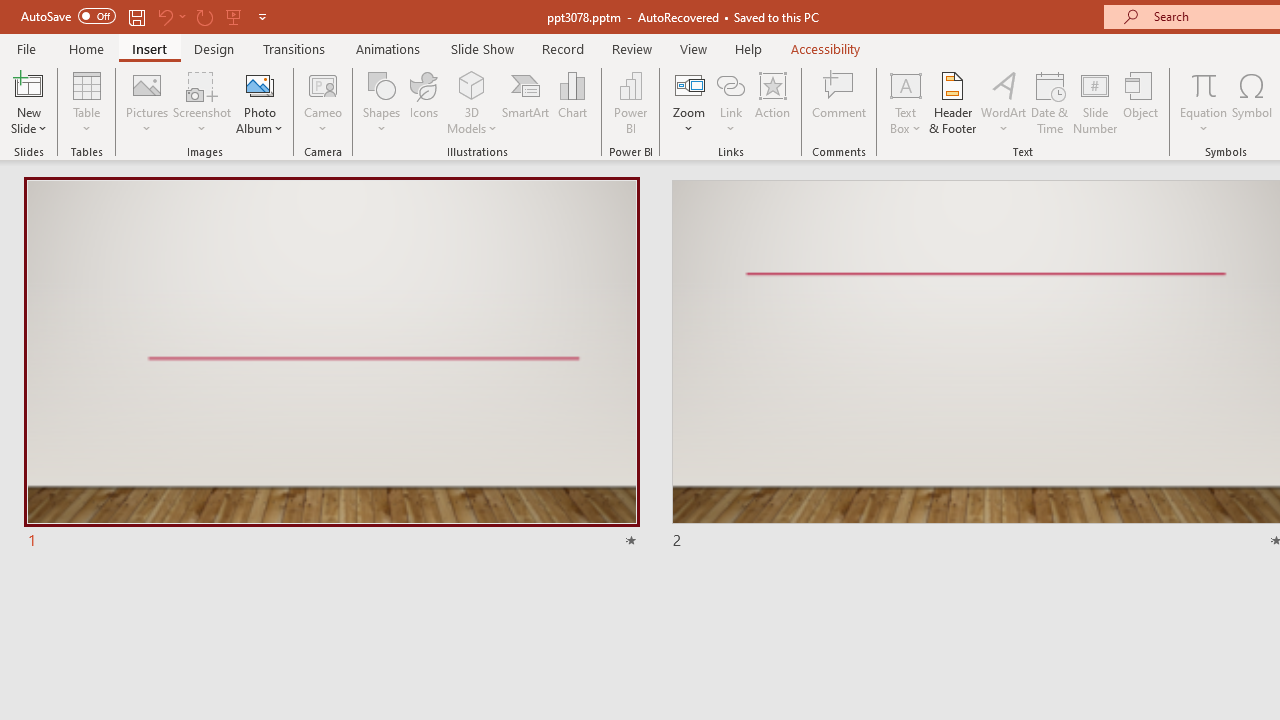 Image resolution: width=1280 pixels, height=720 pixels. Describe the element at coordinates (526, 103) in the screenshot. I see `'SmartArt...'` at that location.